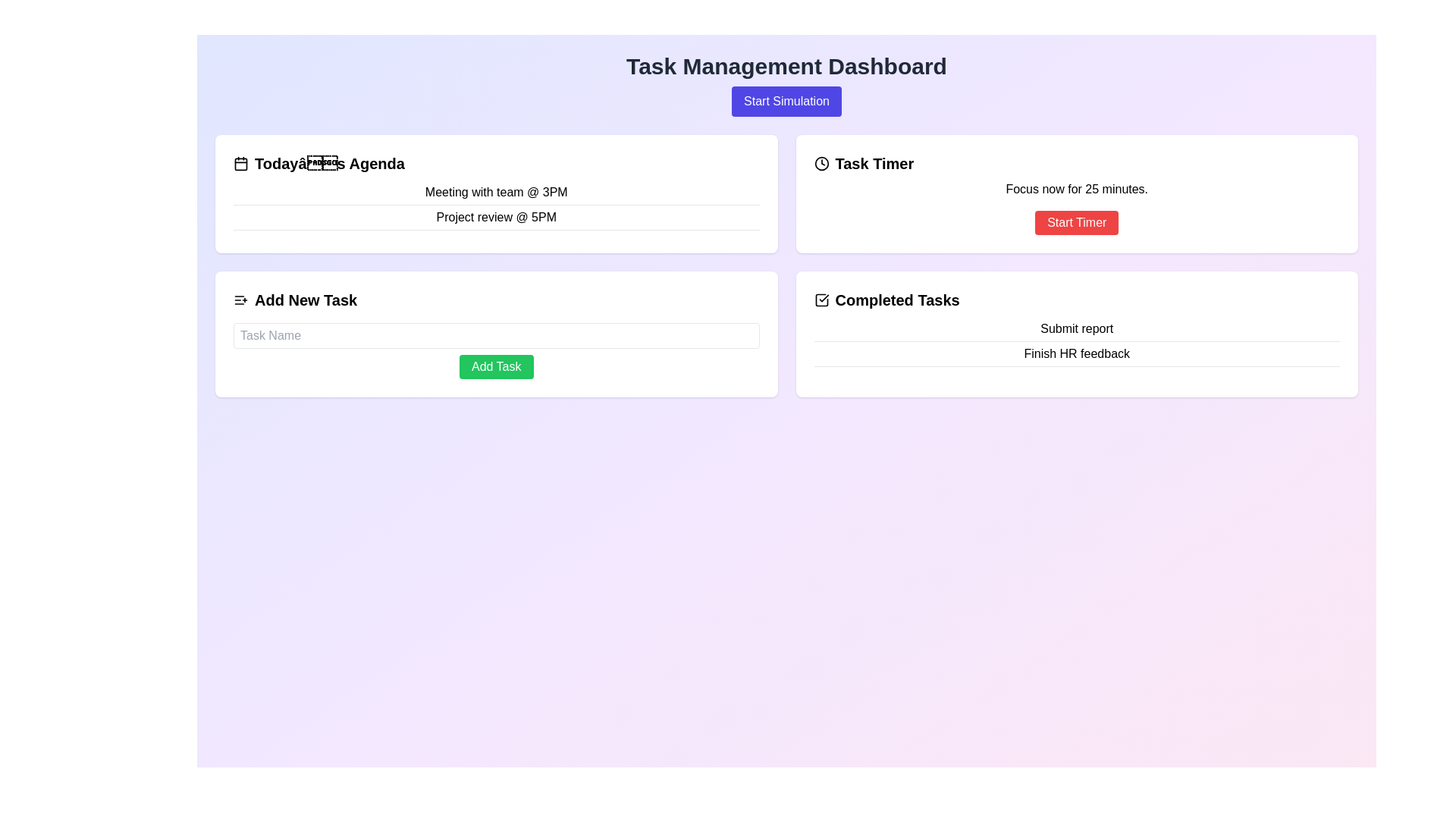 This screenshot has width=1456, height=819. Describe the element at coordinates (821, 300) in the screenshot. I see `the outer frame of the checkbox icon in the 'Completed Tasks' section, located near the top-right corner of the dashboard interface` at that location.